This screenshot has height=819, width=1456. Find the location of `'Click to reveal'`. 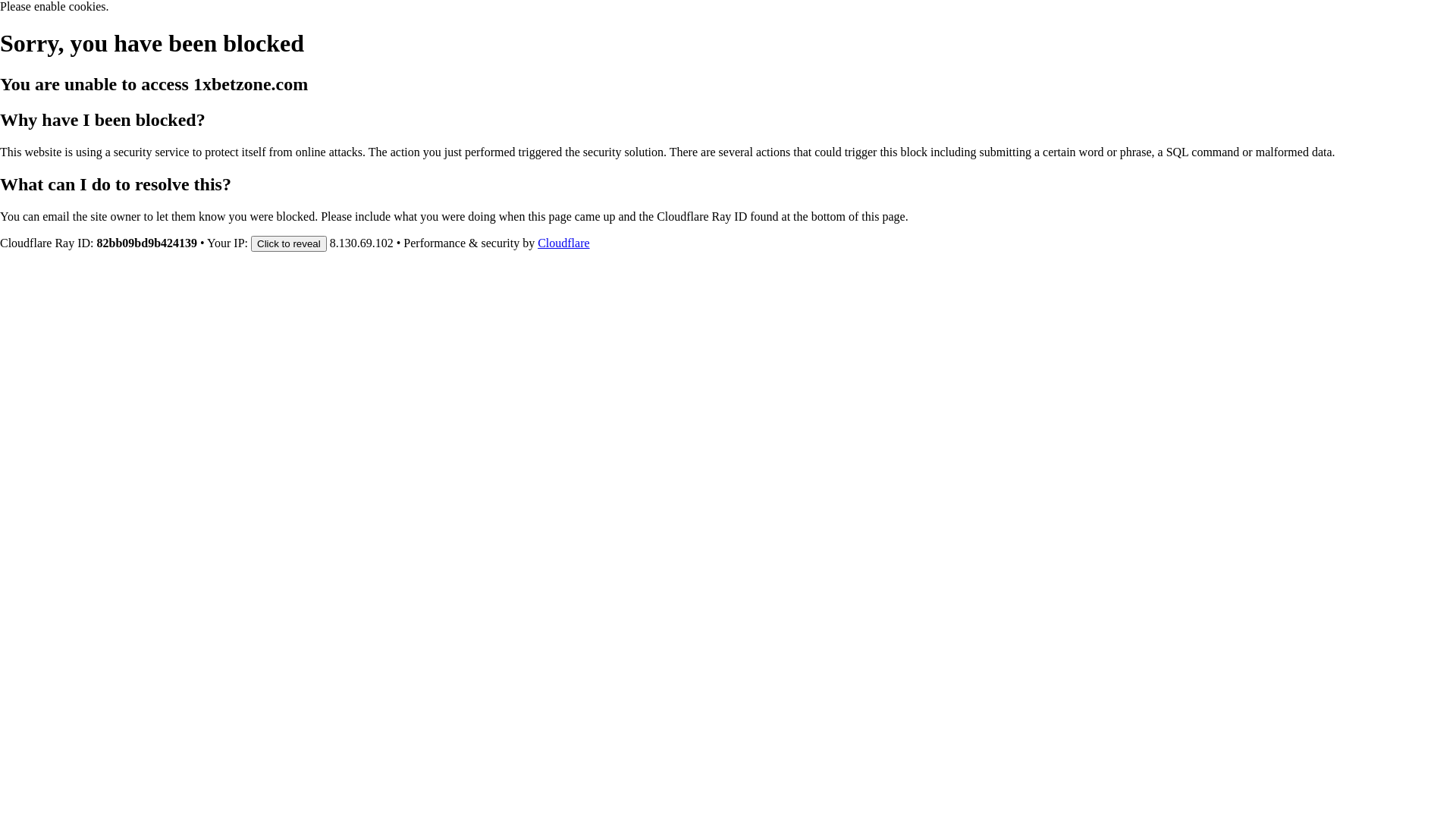

'Click to reveal' is located at coordinates (288, 242).